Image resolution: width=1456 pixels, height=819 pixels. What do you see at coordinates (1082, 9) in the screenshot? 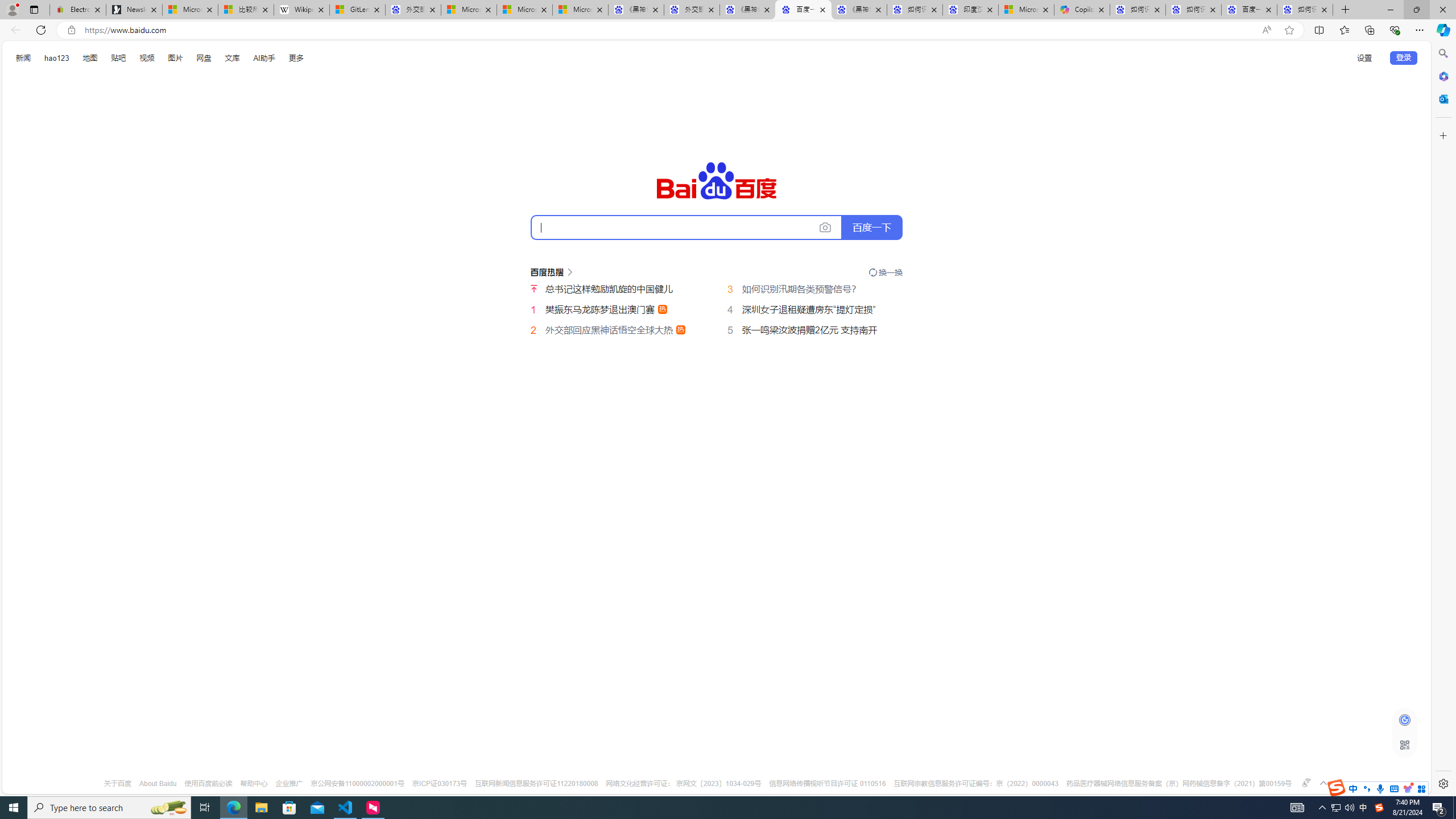
I see `'Copilot'` at bounding box center [1082, 9].